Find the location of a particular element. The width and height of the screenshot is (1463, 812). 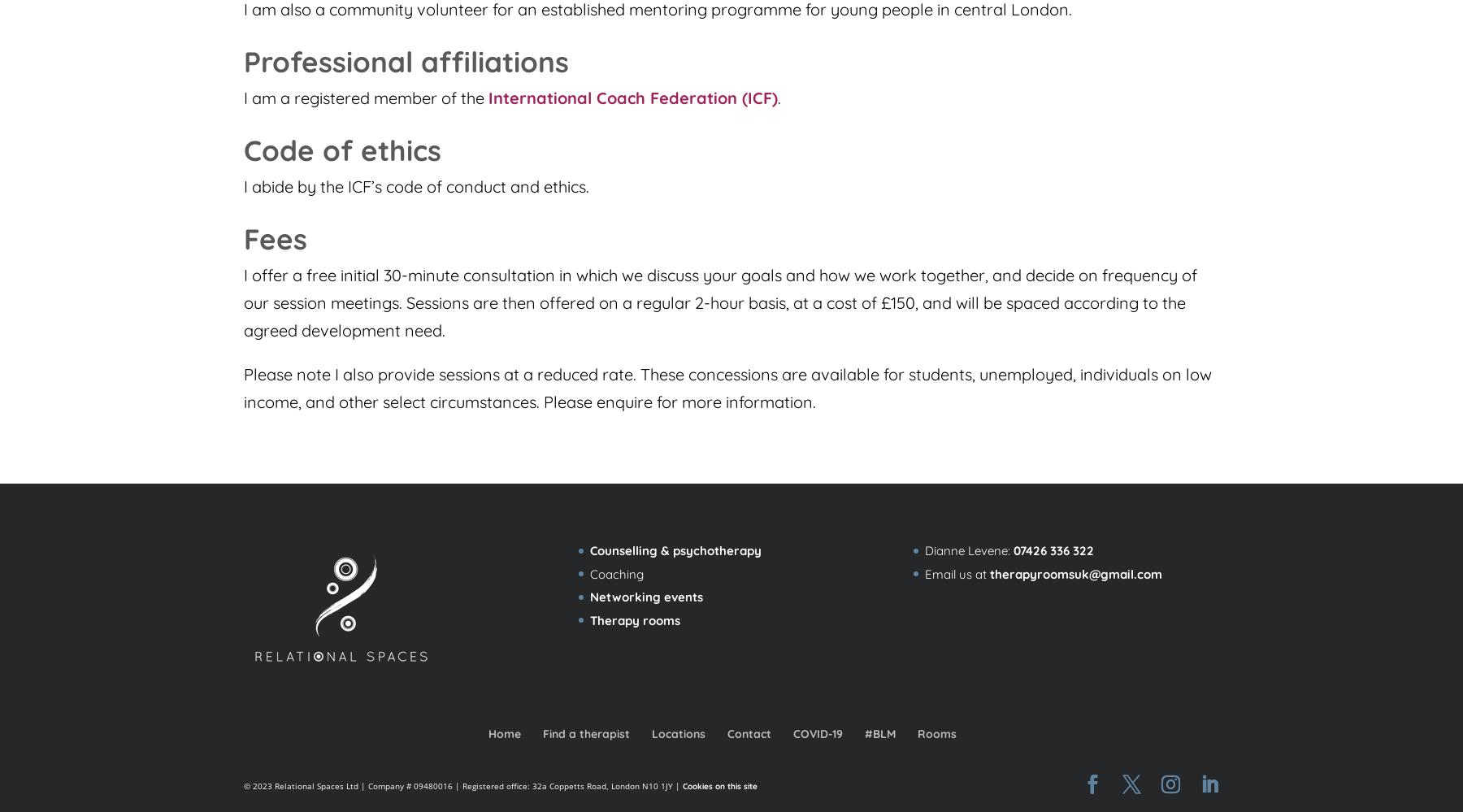

'Therapy rooms' is located at coordinates (633, 619).